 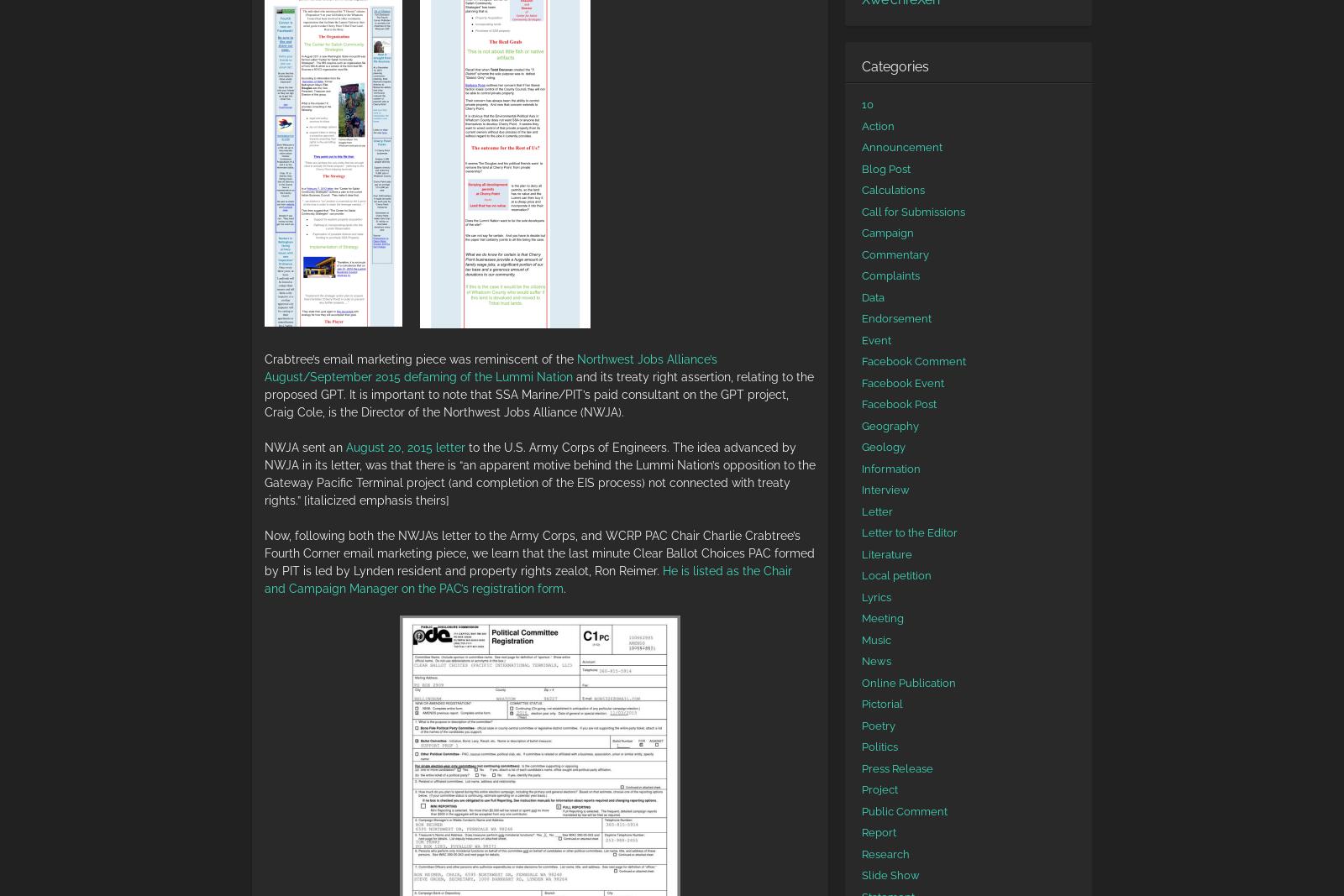 I want to click on 'Letter to the Editor', so click(x=910, y=532).